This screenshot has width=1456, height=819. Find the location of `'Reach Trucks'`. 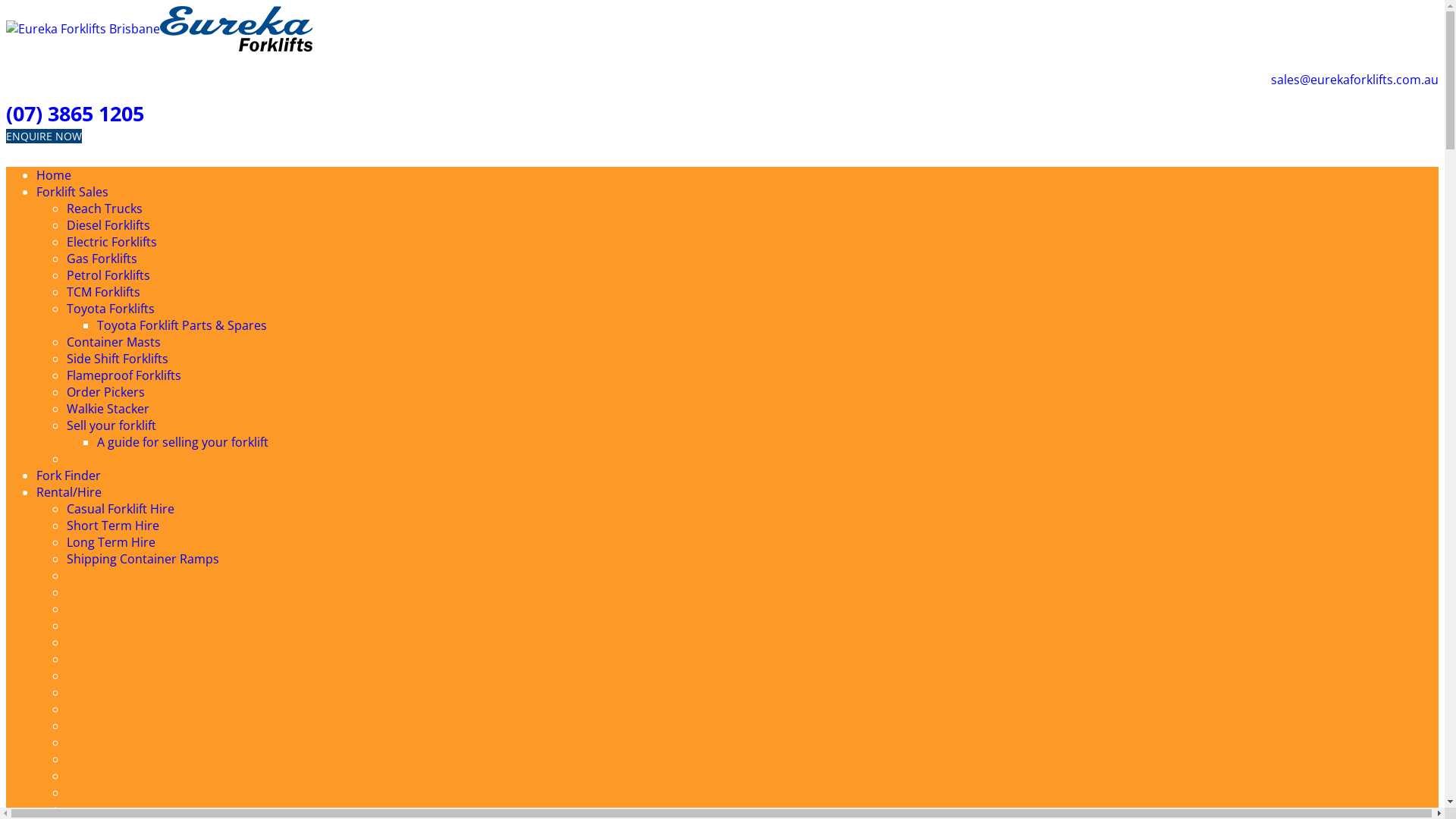

'Reach Trucks' is located at coordinates (104, 208).